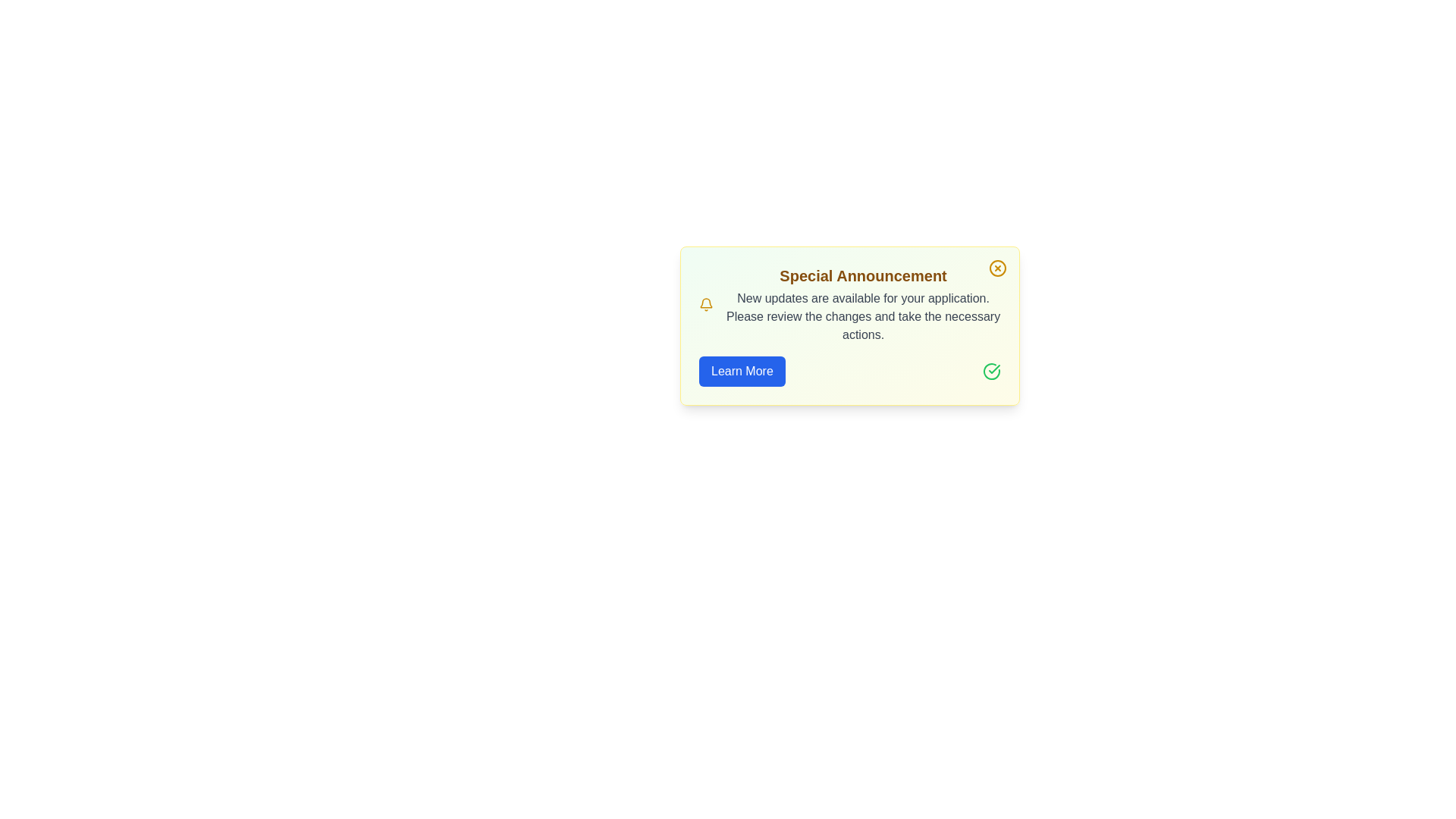 The height and width of the screenshot is (819, 1456). I want to click on 'Learn More' button to proceed with the action, so click(742, 371).